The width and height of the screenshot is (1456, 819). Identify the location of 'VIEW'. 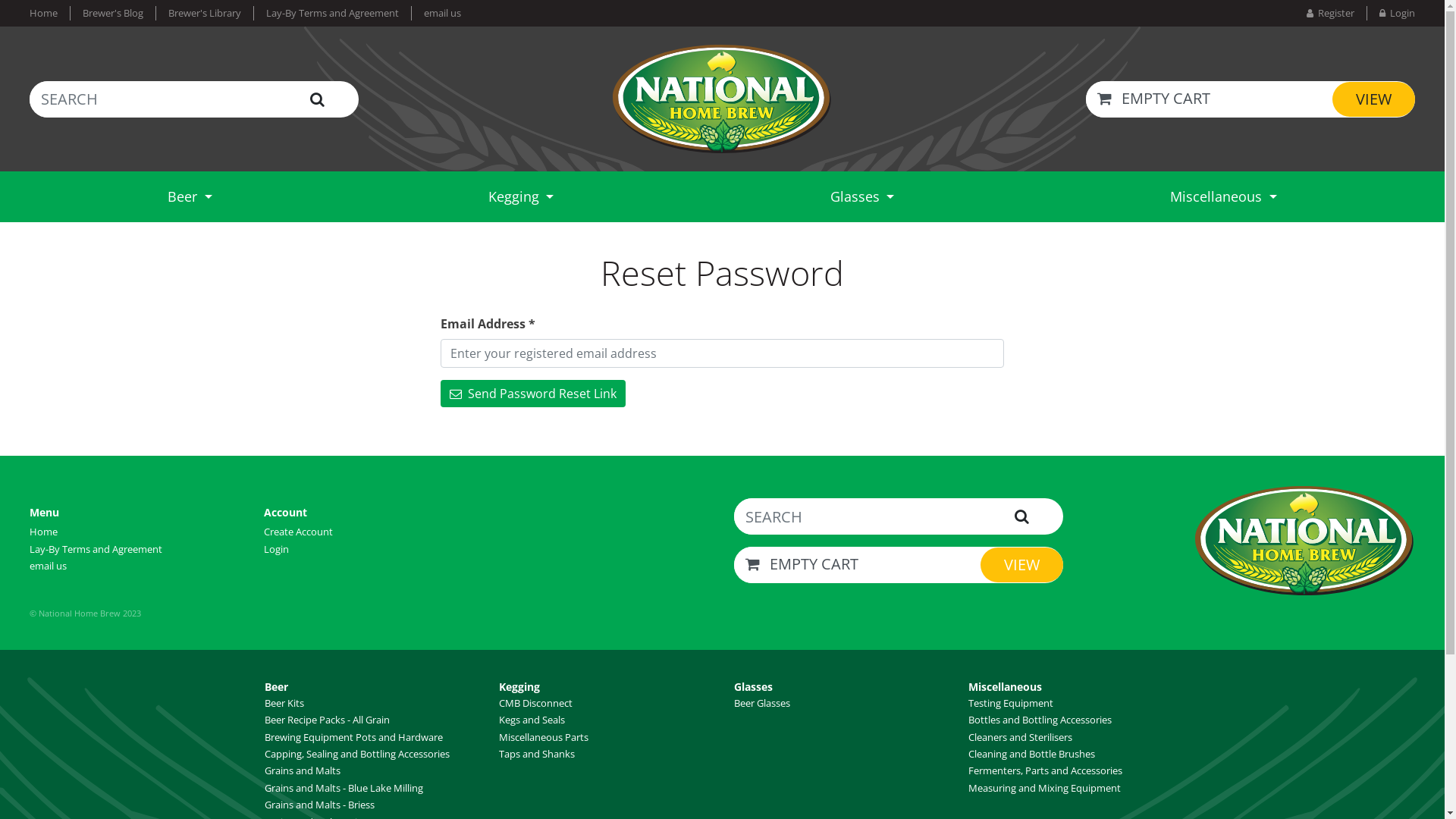
(1373, 99).